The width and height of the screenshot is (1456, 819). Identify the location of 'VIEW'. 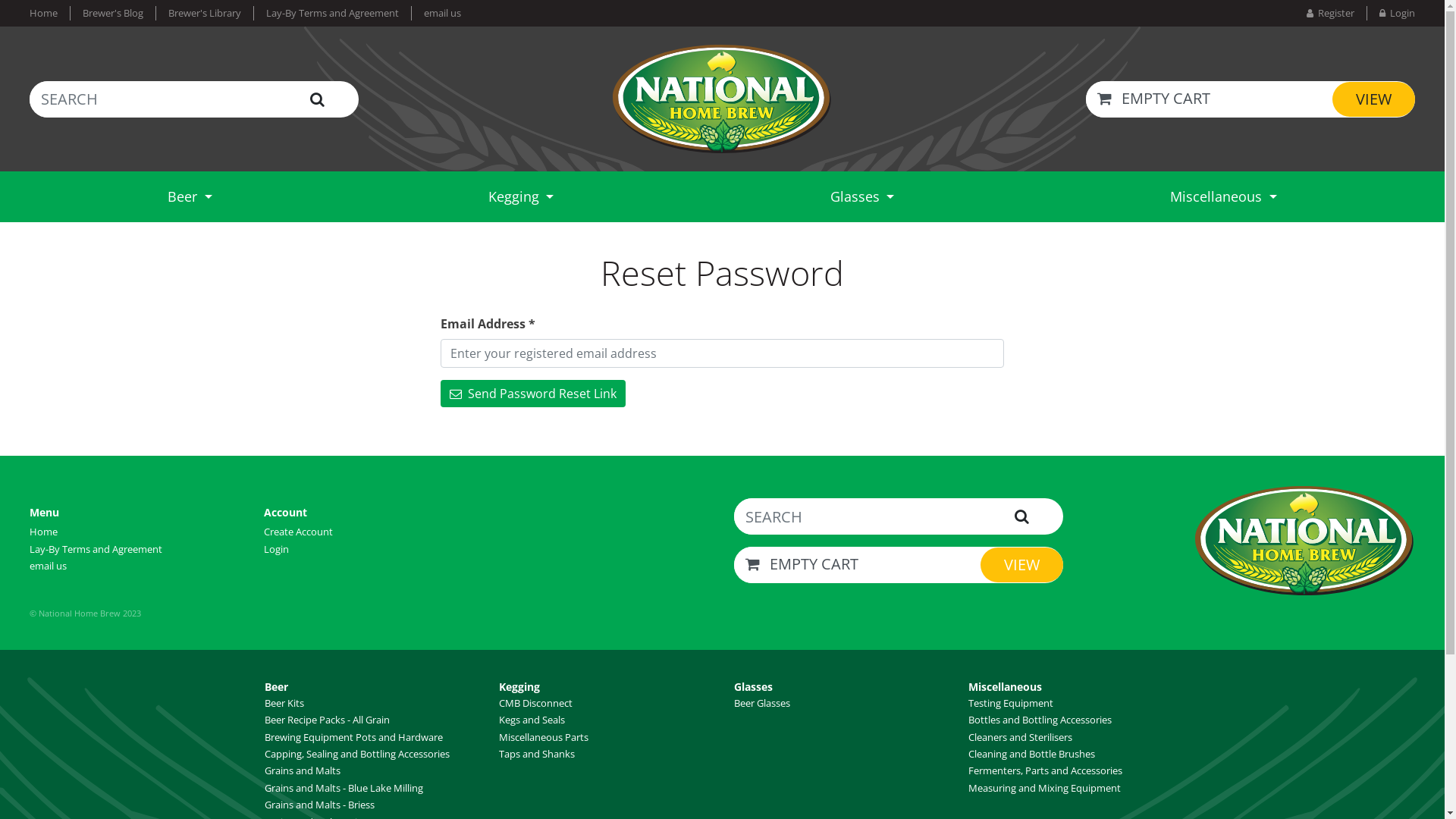
(1373, 99).